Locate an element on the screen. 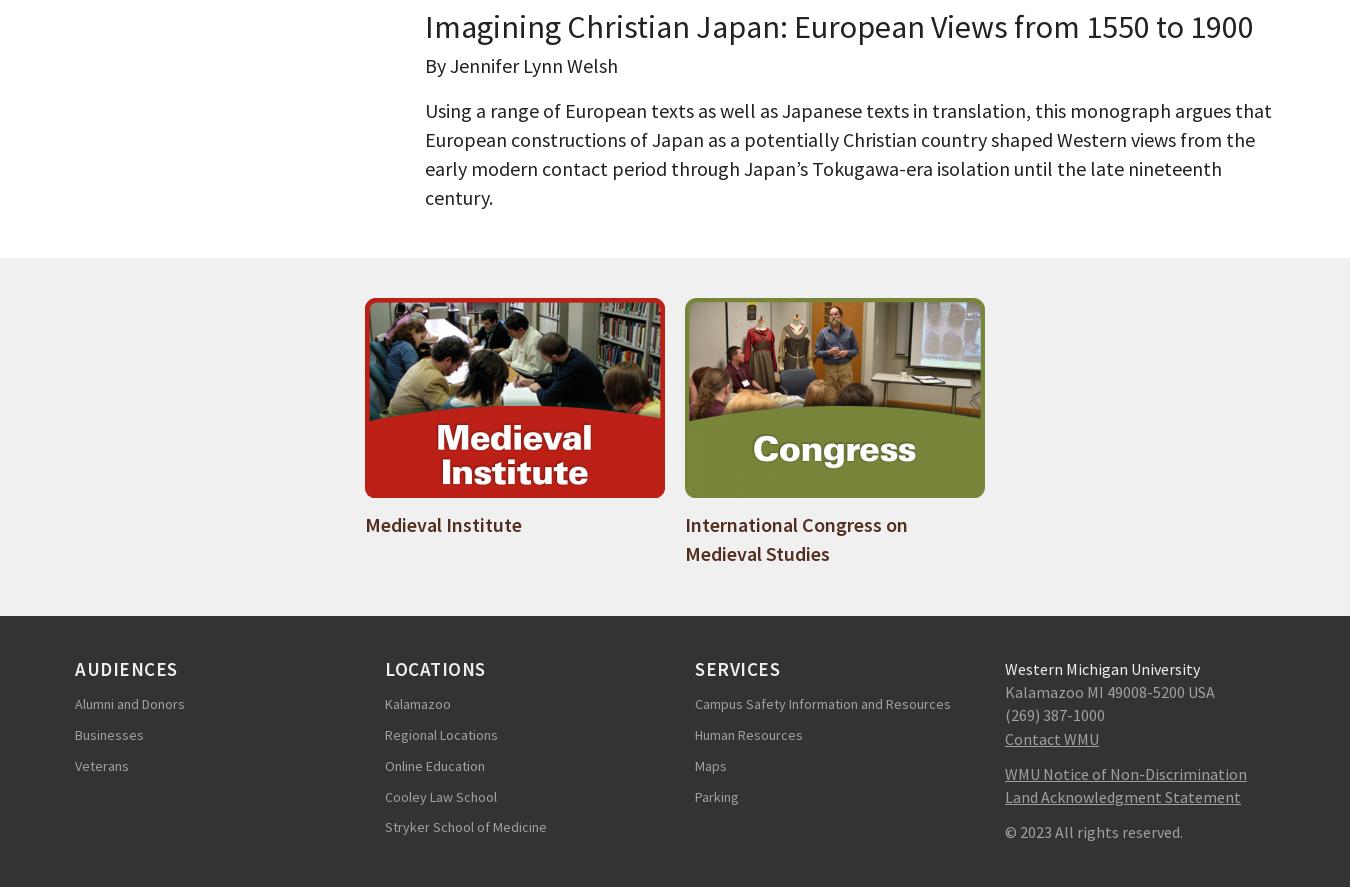 The width and height of the screenshot is (1350, 887). 'Alumni and Donors' is located at coordinates (130, 704).